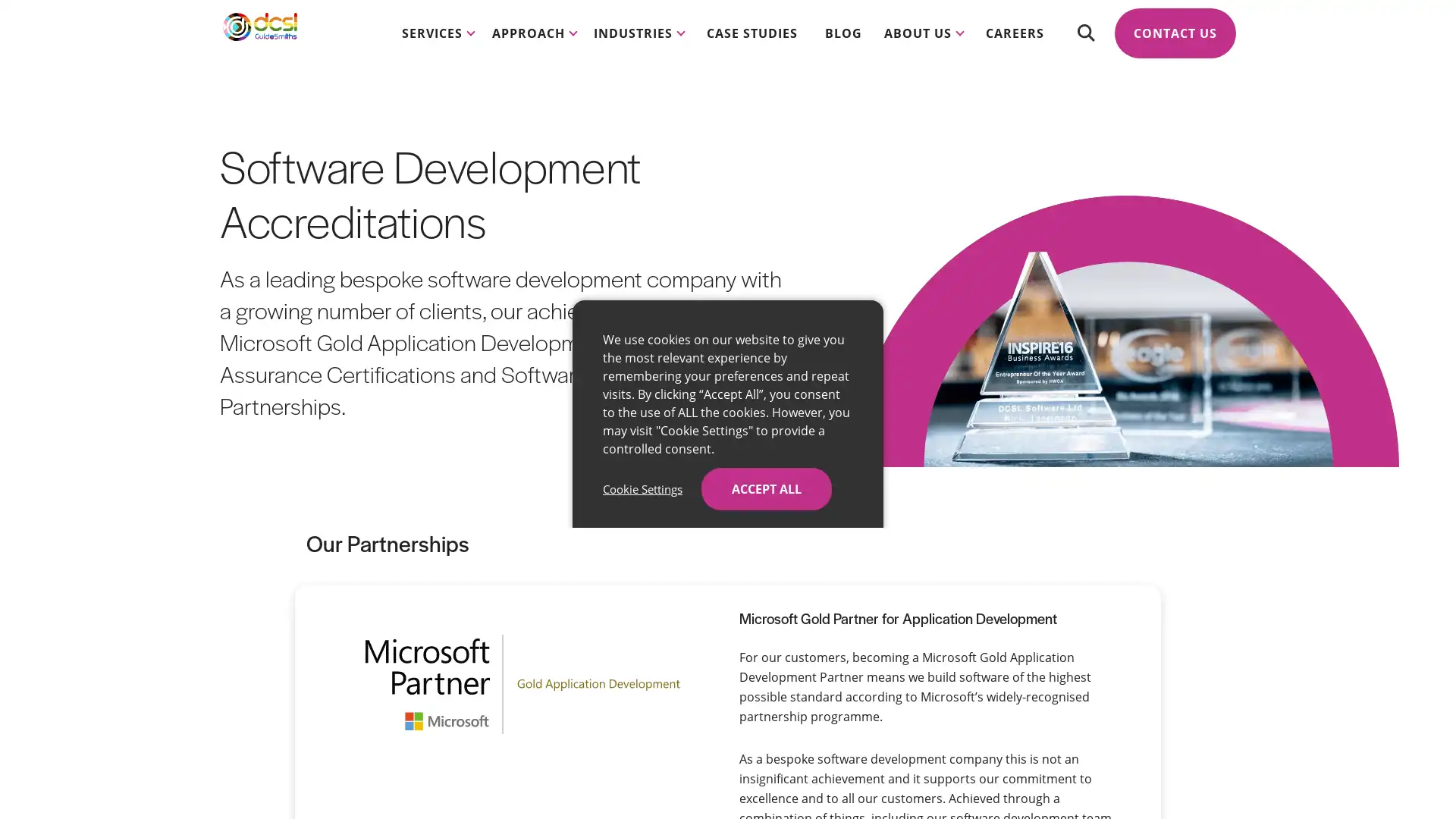 The height and width of the screenshot is (819, 1456). Describe the element at coordinates (1084, 45) in the screenshot. I see `Search` at that location.